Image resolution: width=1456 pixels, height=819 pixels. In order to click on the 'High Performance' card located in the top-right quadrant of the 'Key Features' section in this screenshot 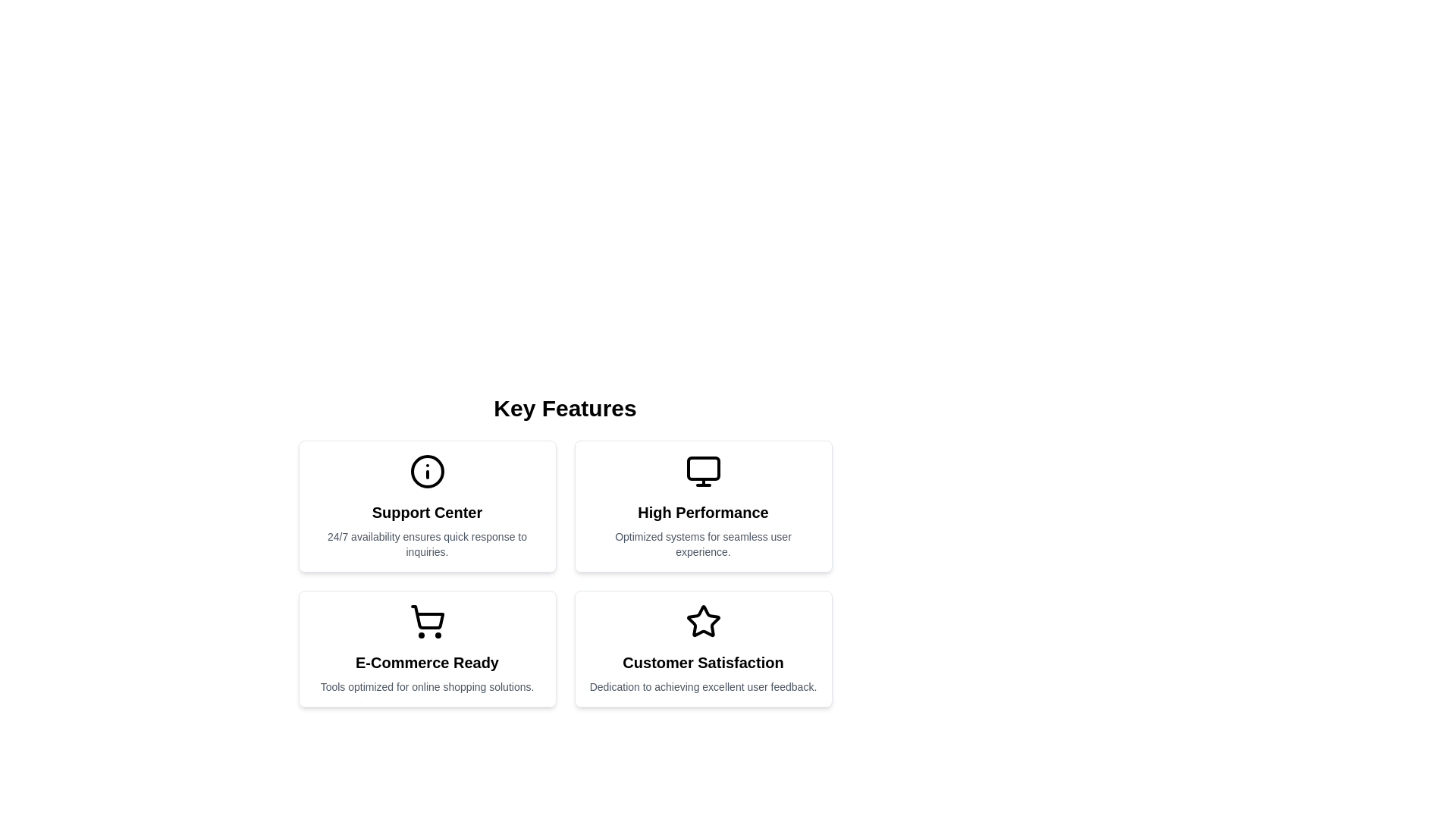, I will do `click(702, 506)`.